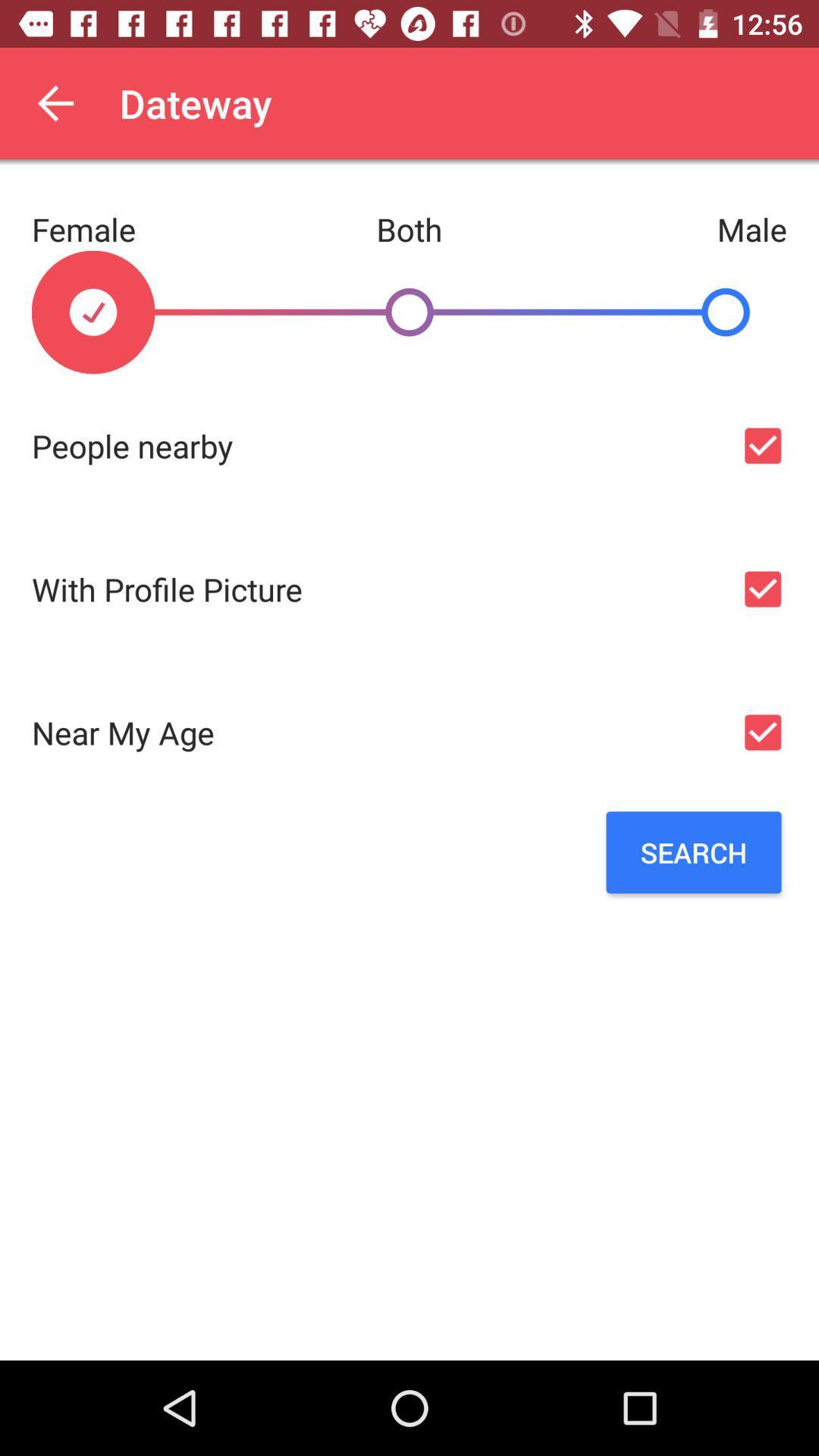 This screenshot has width=819, height=1456. What do you see at coordinates (55, 102) in the screenshot?
I see `the item next to the dateway app` at bounding box center [55, 102].